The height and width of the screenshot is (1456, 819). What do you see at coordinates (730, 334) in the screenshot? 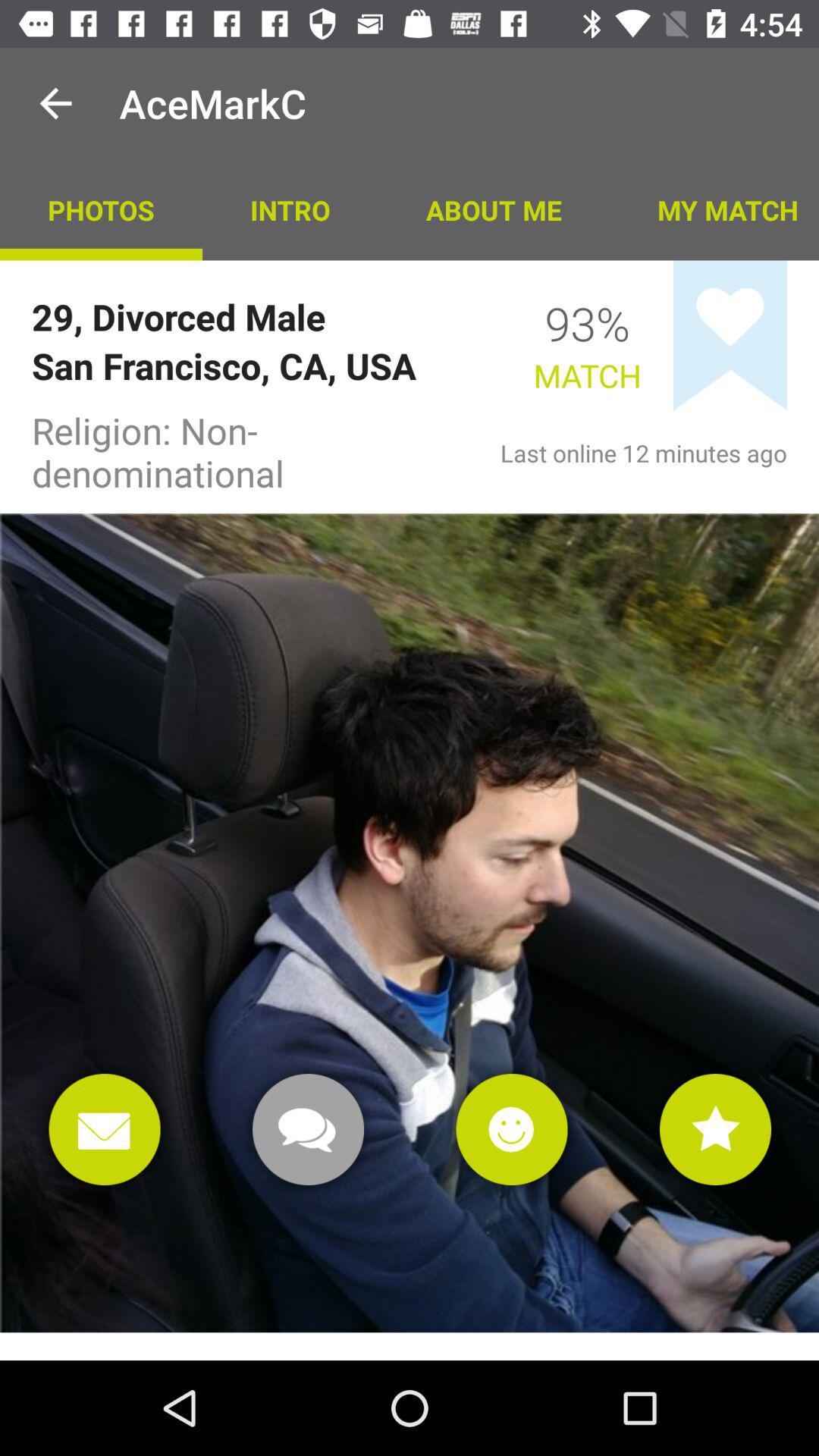
I see `app below my match` at bounding box center [730, 334].